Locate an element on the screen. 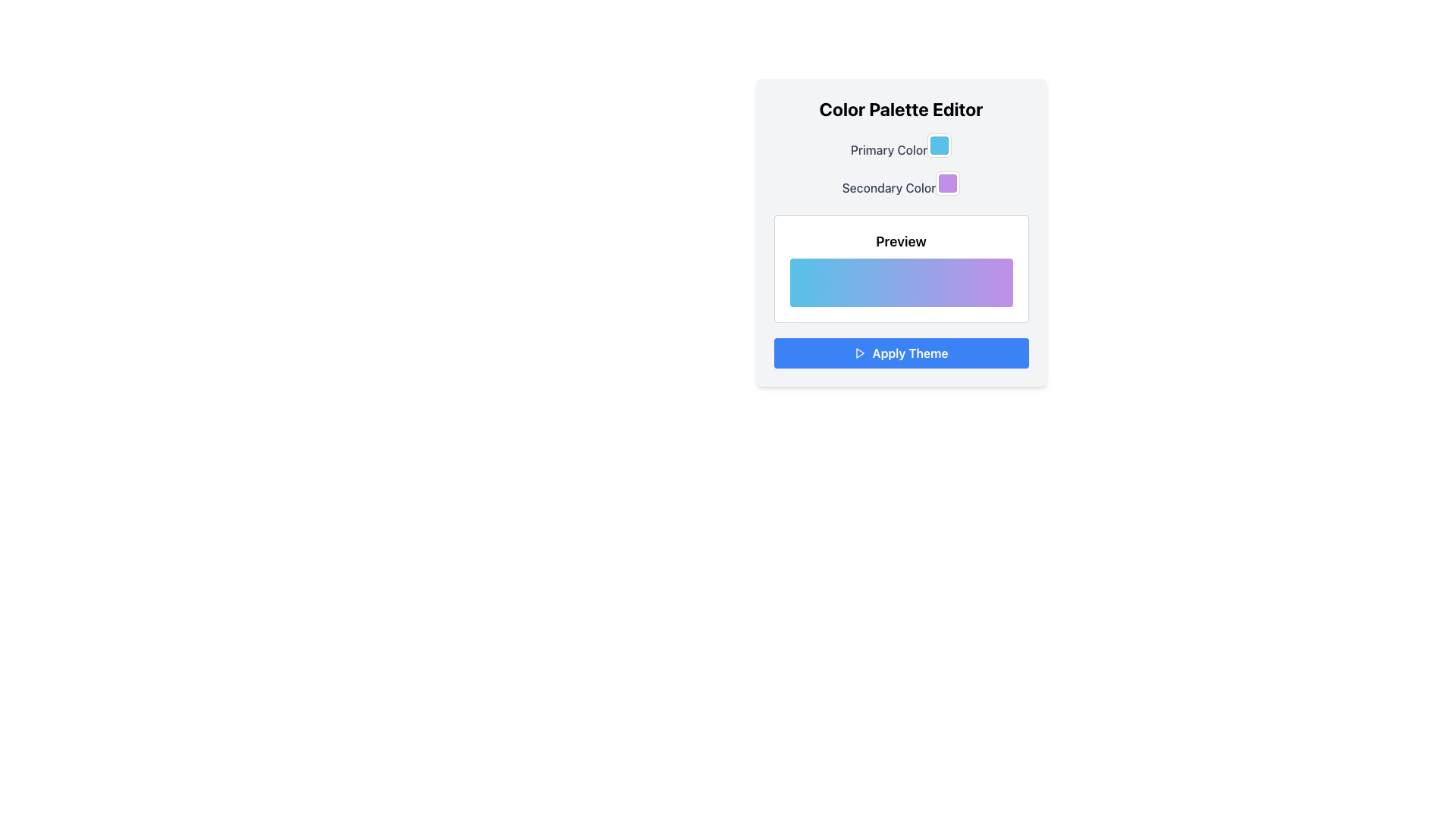  the 'Apply Theme' button, which is a rectangular button with rounded corners, blue background, and bold white text, located at the bottom of the Color Palette Editor interface is located at coordinates (901, 353).